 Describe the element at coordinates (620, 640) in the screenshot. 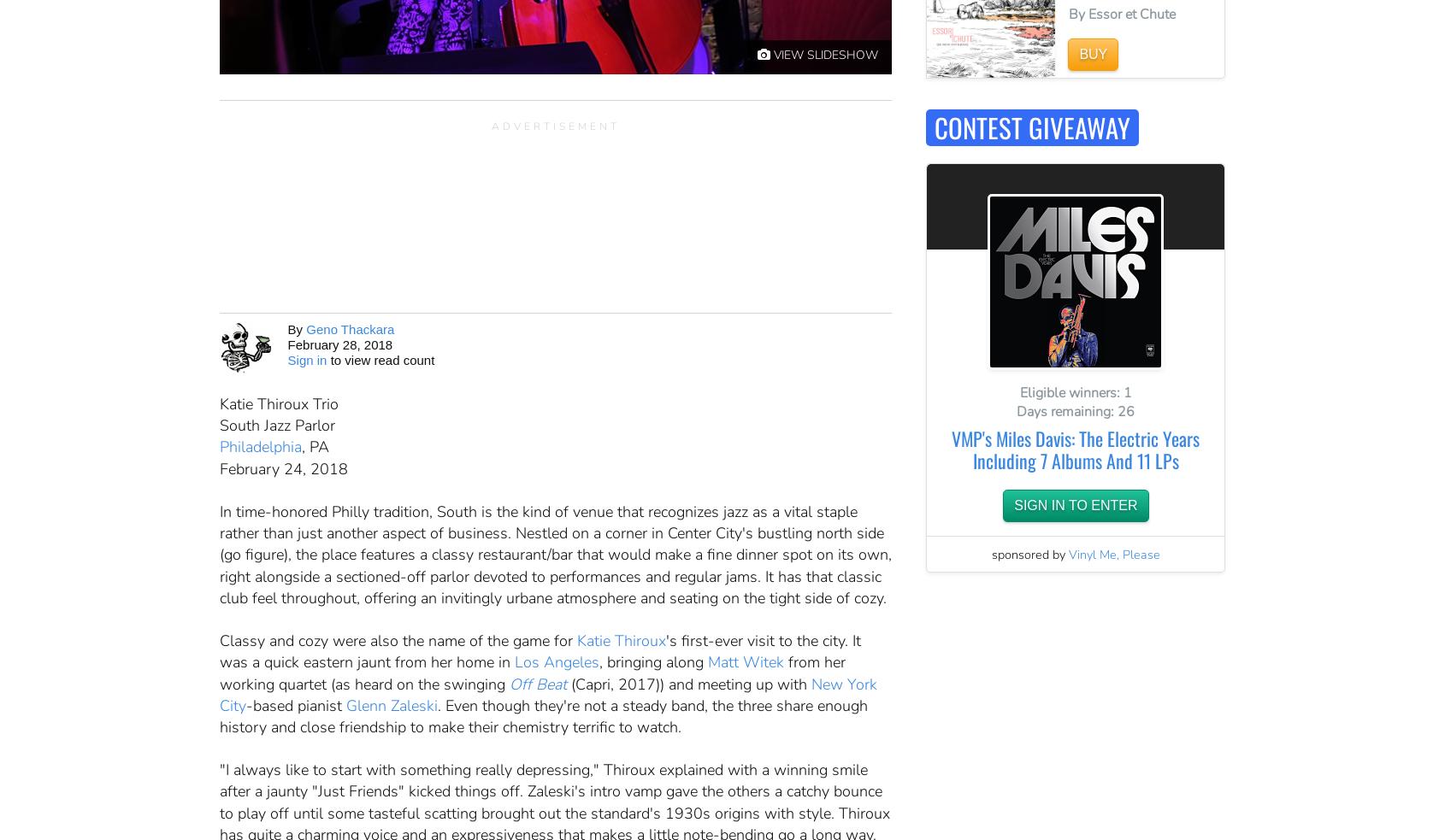

I see `'Katie Thiroux'` at that location.